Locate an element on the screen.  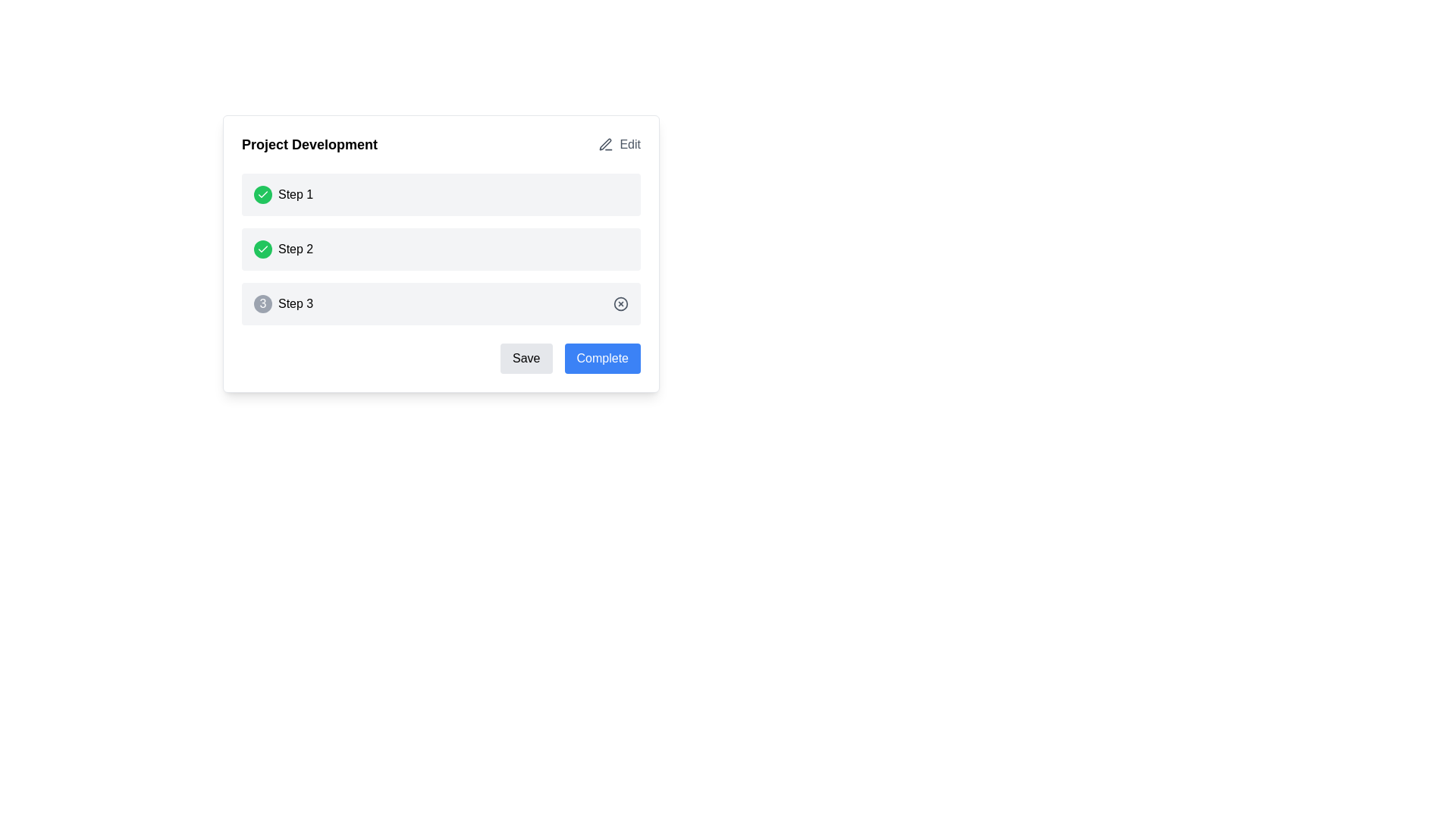
the Step 3 icon in the progress tracker, which indicates the current step in the multi-step process is located at coordinates (262, 304).